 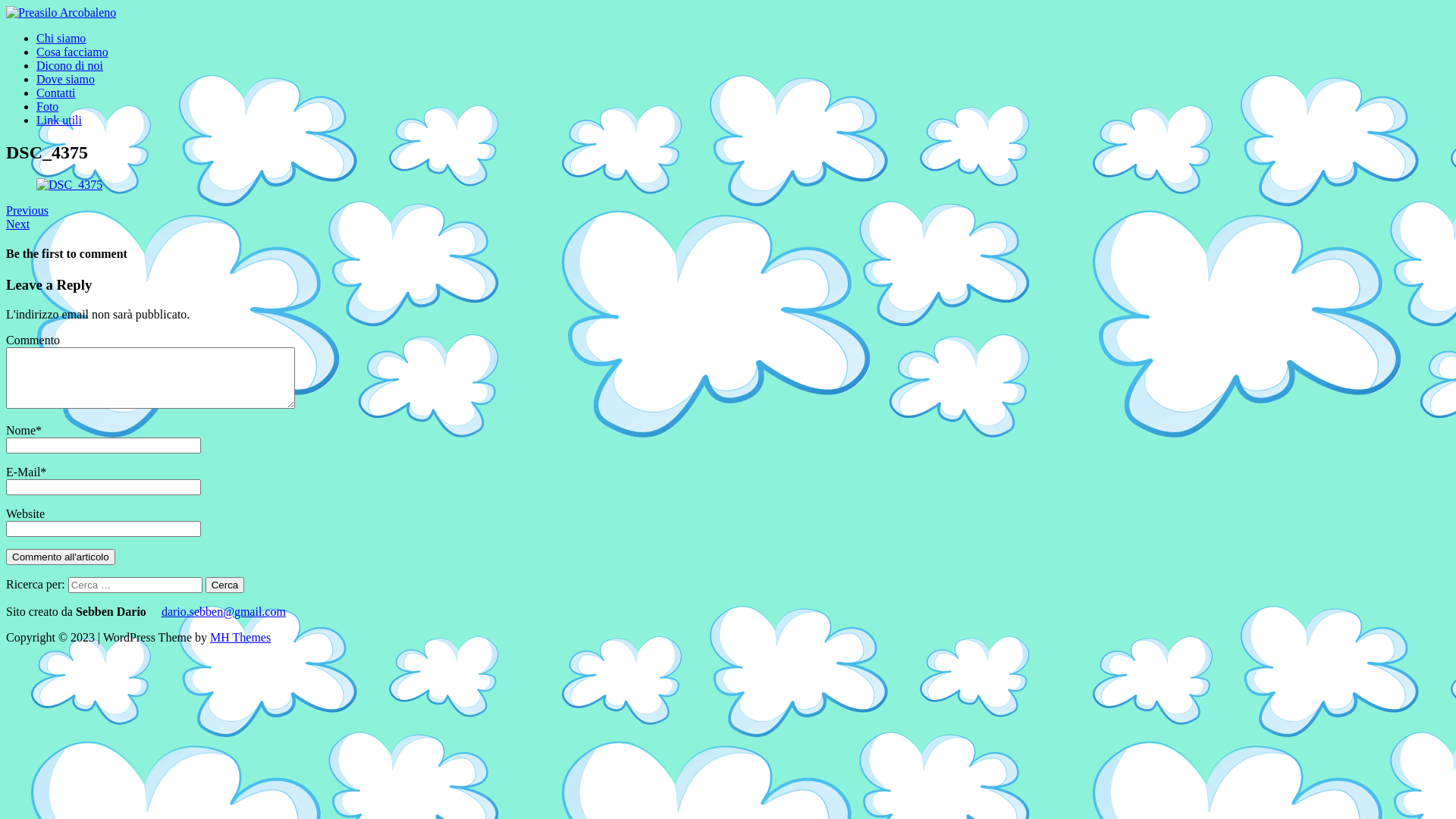 What do you see at coordinates (47, 105) in the screenshot?
I see `'Foto'` at bounding box center [47, 105].